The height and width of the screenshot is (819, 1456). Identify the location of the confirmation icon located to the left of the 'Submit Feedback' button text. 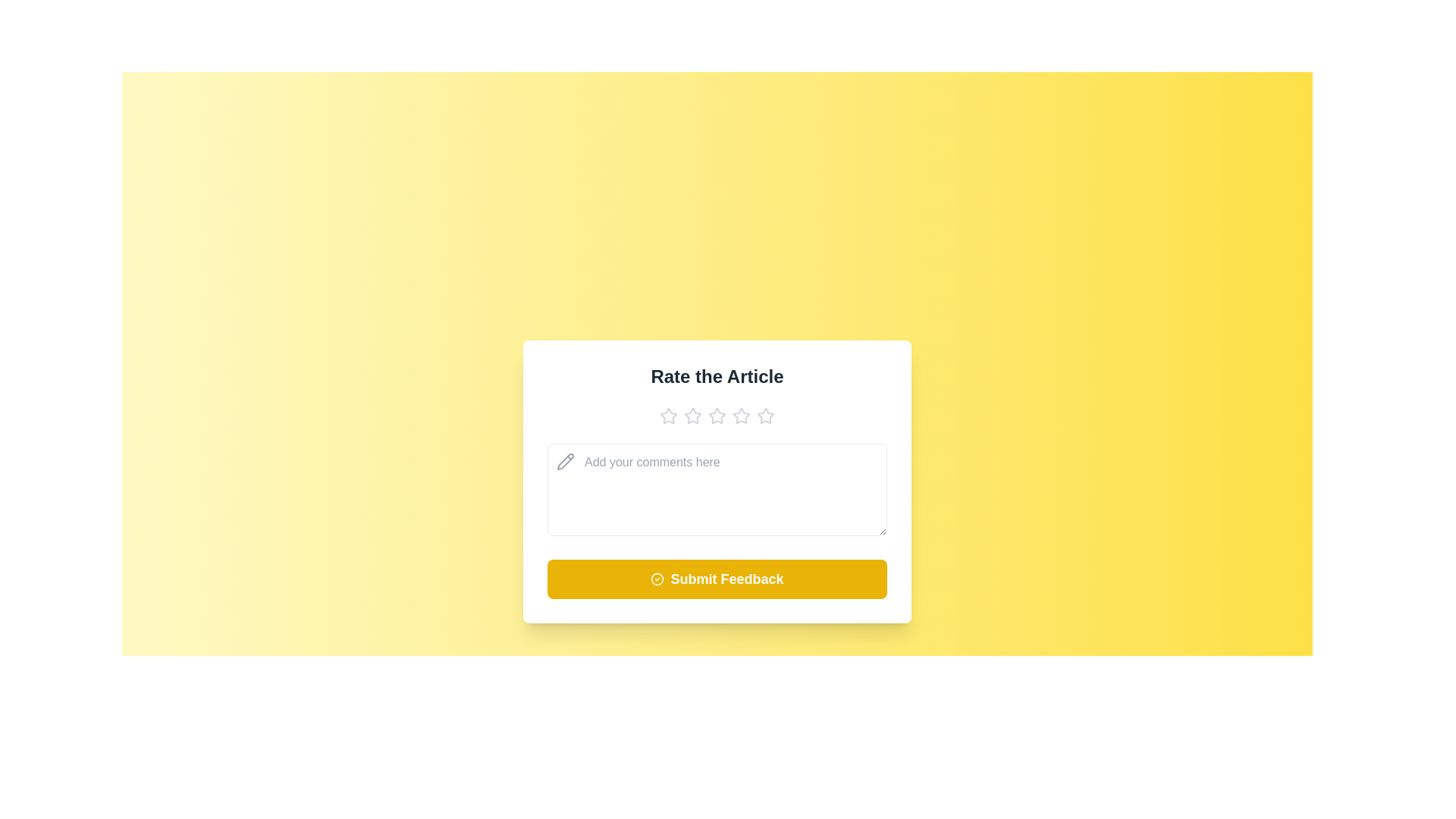
(657, 579).